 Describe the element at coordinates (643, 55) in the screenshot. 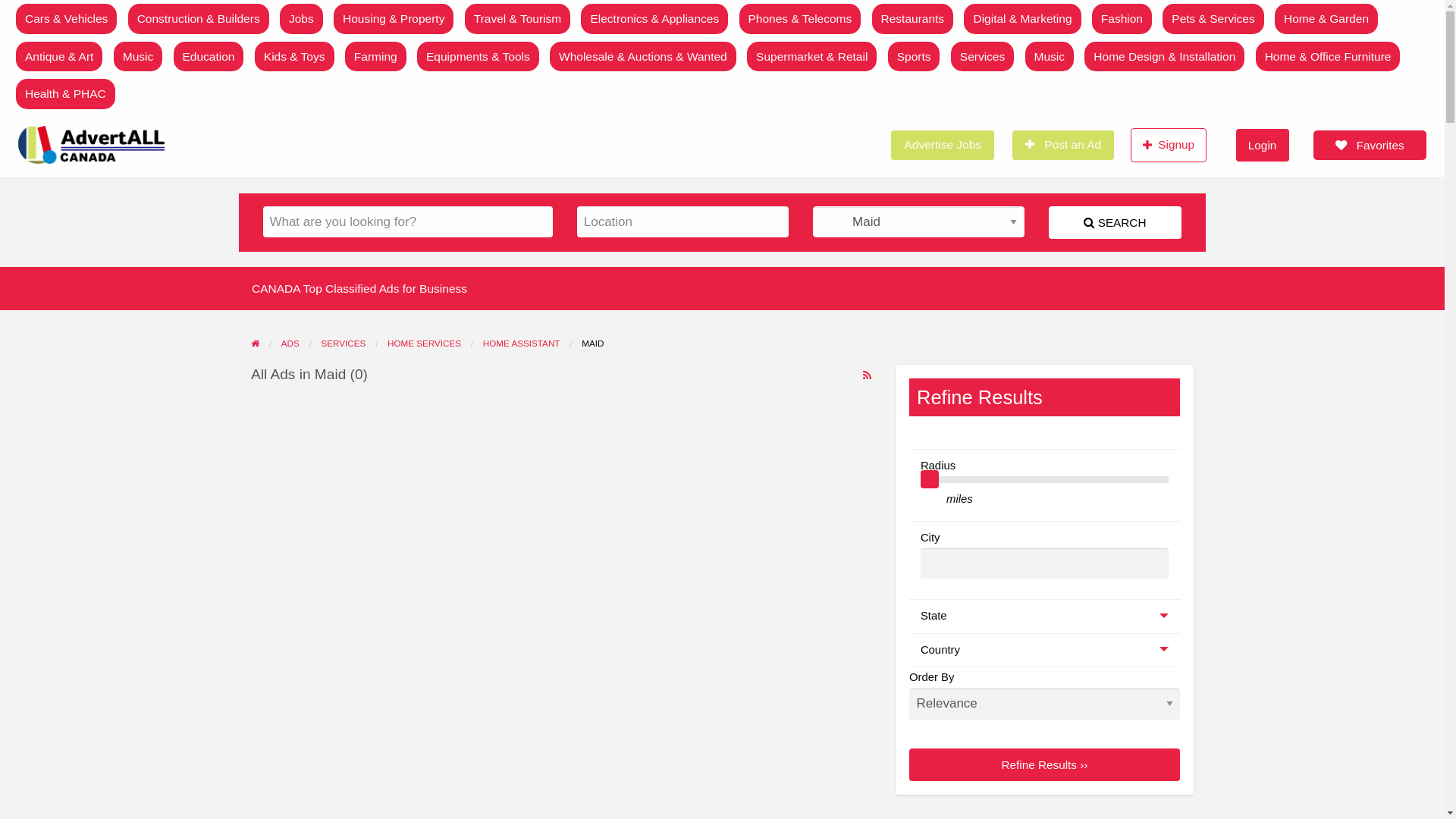

I see `'Wholesale & Auctions & Wanted'` at that location.